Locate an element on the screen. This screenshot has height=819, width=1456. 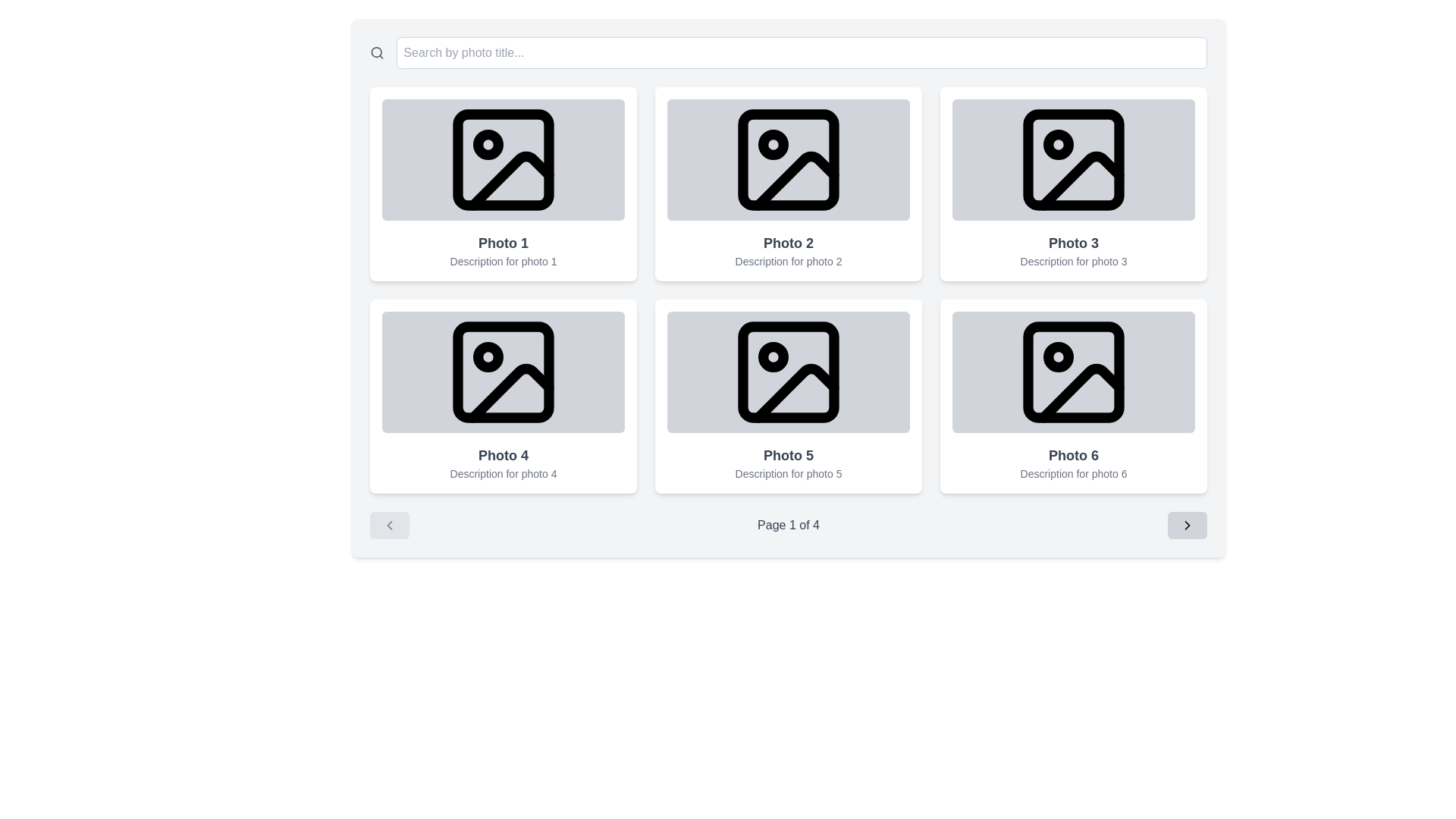
the graphical decoration (SVG rectangle with rounded corners) that represents 'Photo 6' in the bottom-right corner of the grid layout is located at coordinates (1073, 372).